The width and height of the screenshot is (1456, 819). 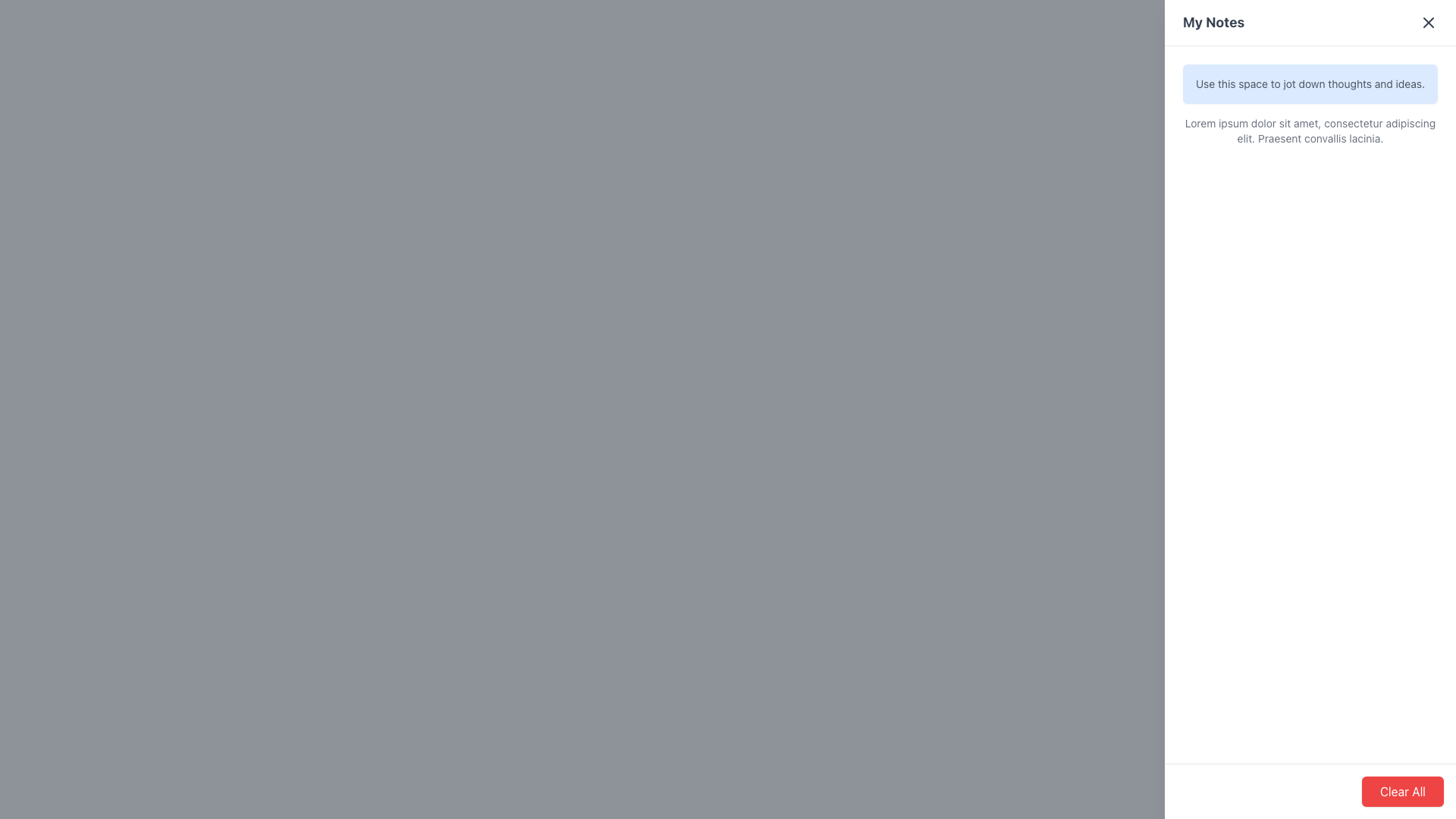 What do you see at coordinates (1213, 23) in the screenshot?
I see `the static text label that serves as the header for the notes side panel, located at the top-left corner of the panel and positioned to the left of the close button` at bounding box center [1213, 23].